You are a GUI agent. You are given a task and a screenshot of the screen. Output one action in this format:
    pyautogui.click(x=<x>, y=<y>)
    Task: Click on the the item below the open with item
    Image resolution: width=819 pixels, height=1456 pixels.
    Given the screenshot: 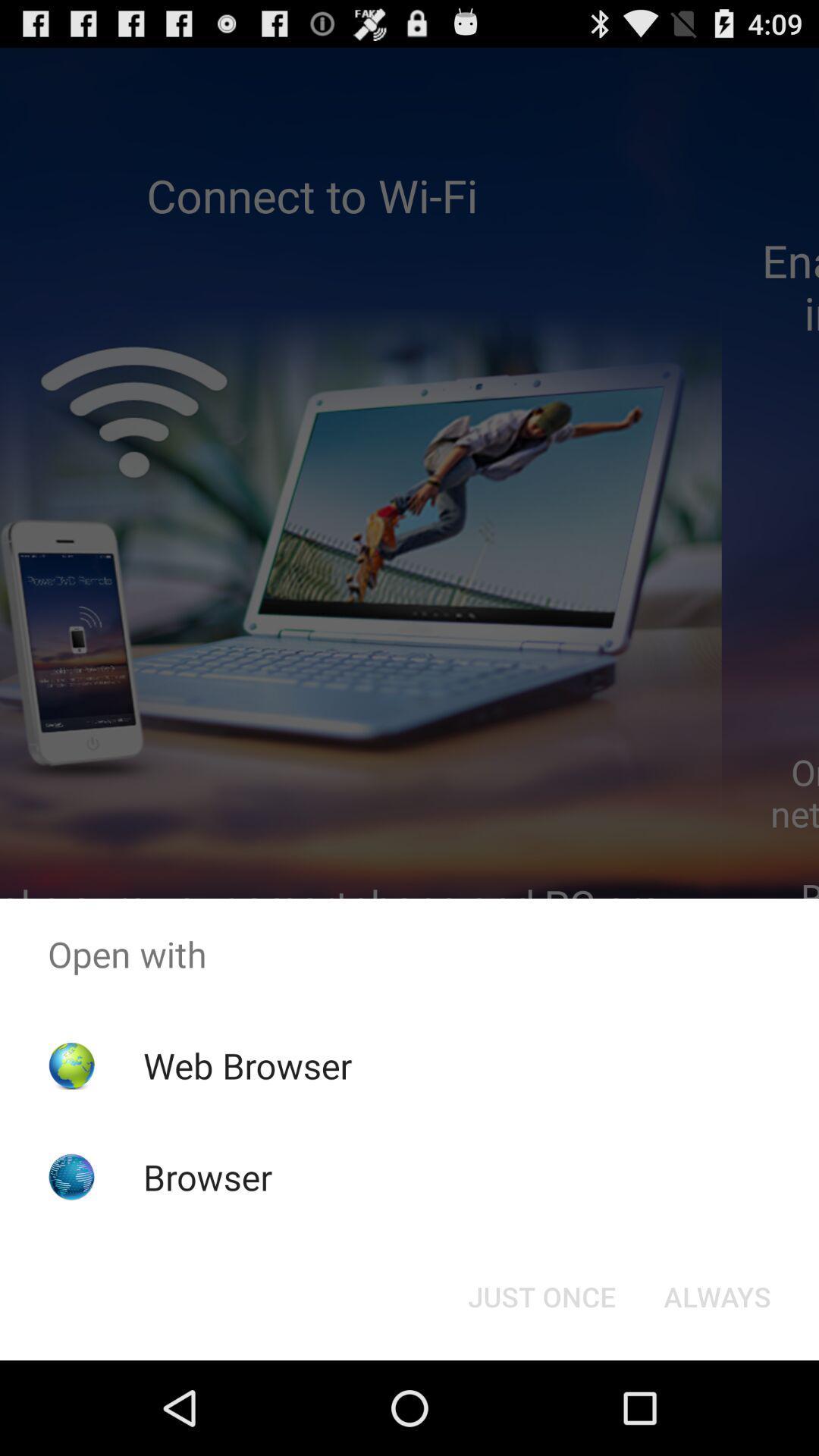 What is the action you would take?
    pyautogui.click(x=717, y=1295)
    